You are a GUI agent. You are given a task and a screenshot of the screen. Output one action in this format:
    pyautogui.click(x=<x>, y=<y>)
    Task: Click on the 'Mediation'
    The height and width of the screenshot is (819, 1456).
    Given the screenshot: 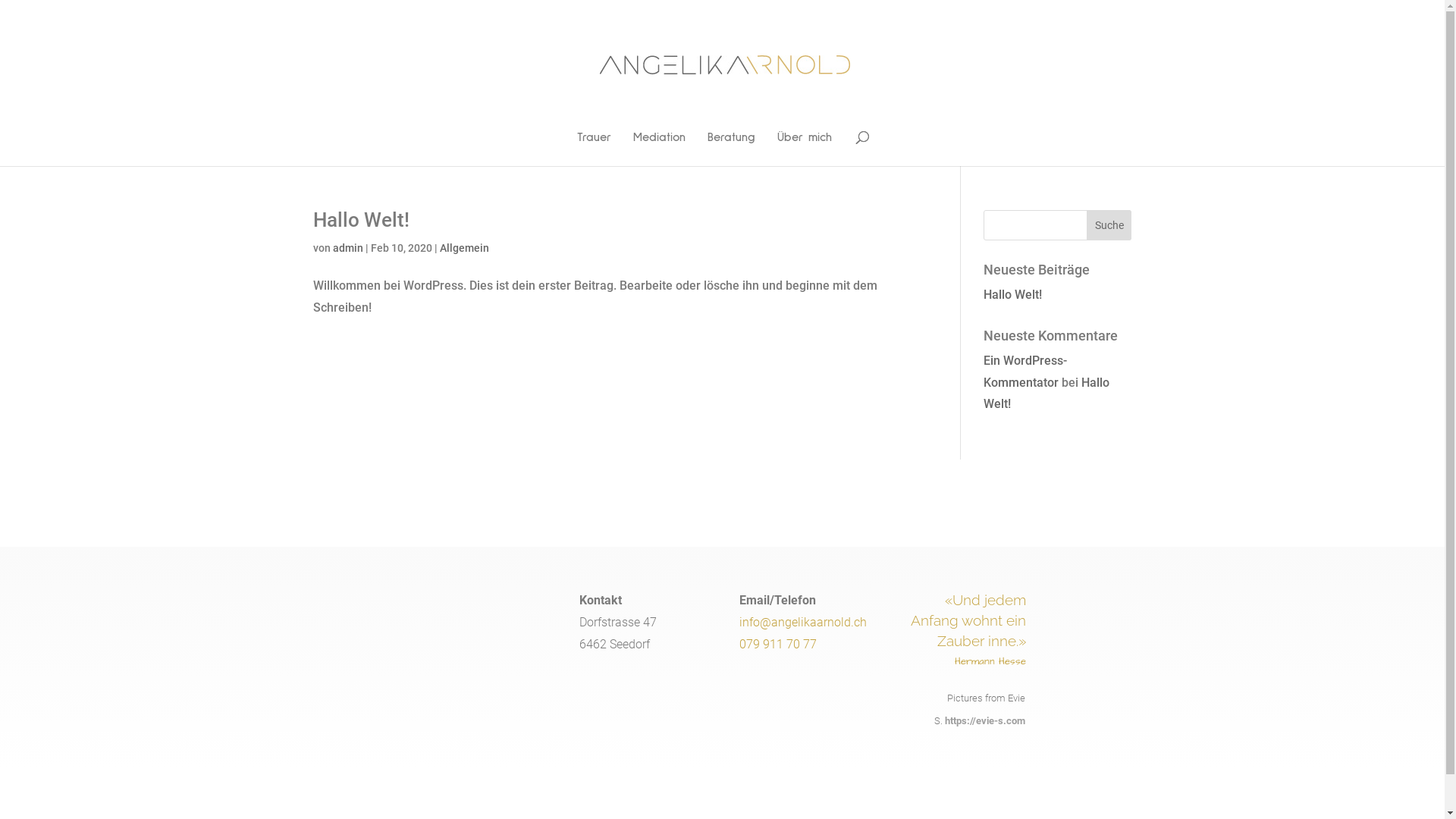 What is the action you would take?
    pyautogui.click(x=633, y=149)
    